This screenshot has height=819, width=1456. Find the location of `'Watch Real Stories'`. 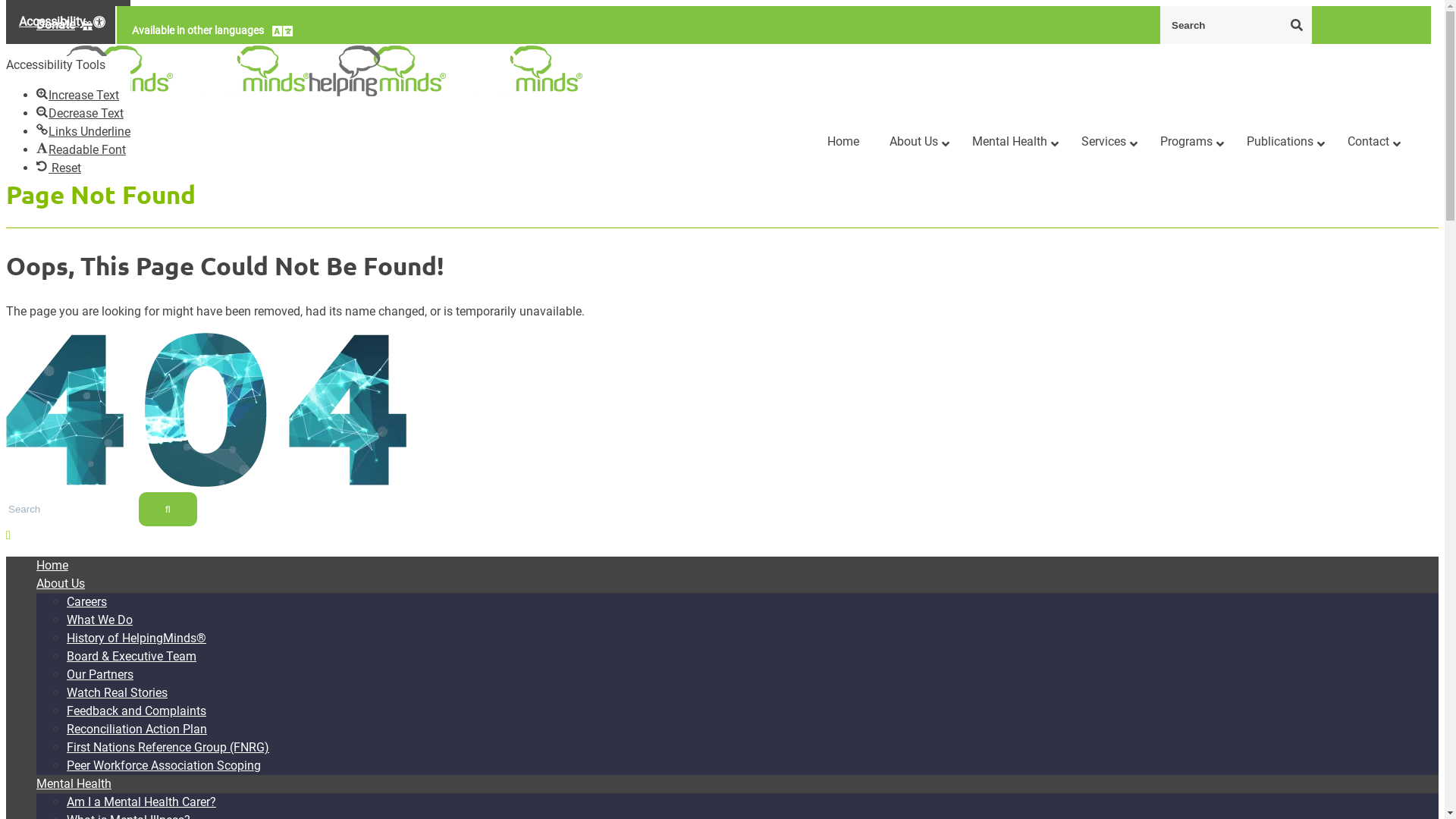

'Watch Real Stories' is located at coordinates (116, 692).